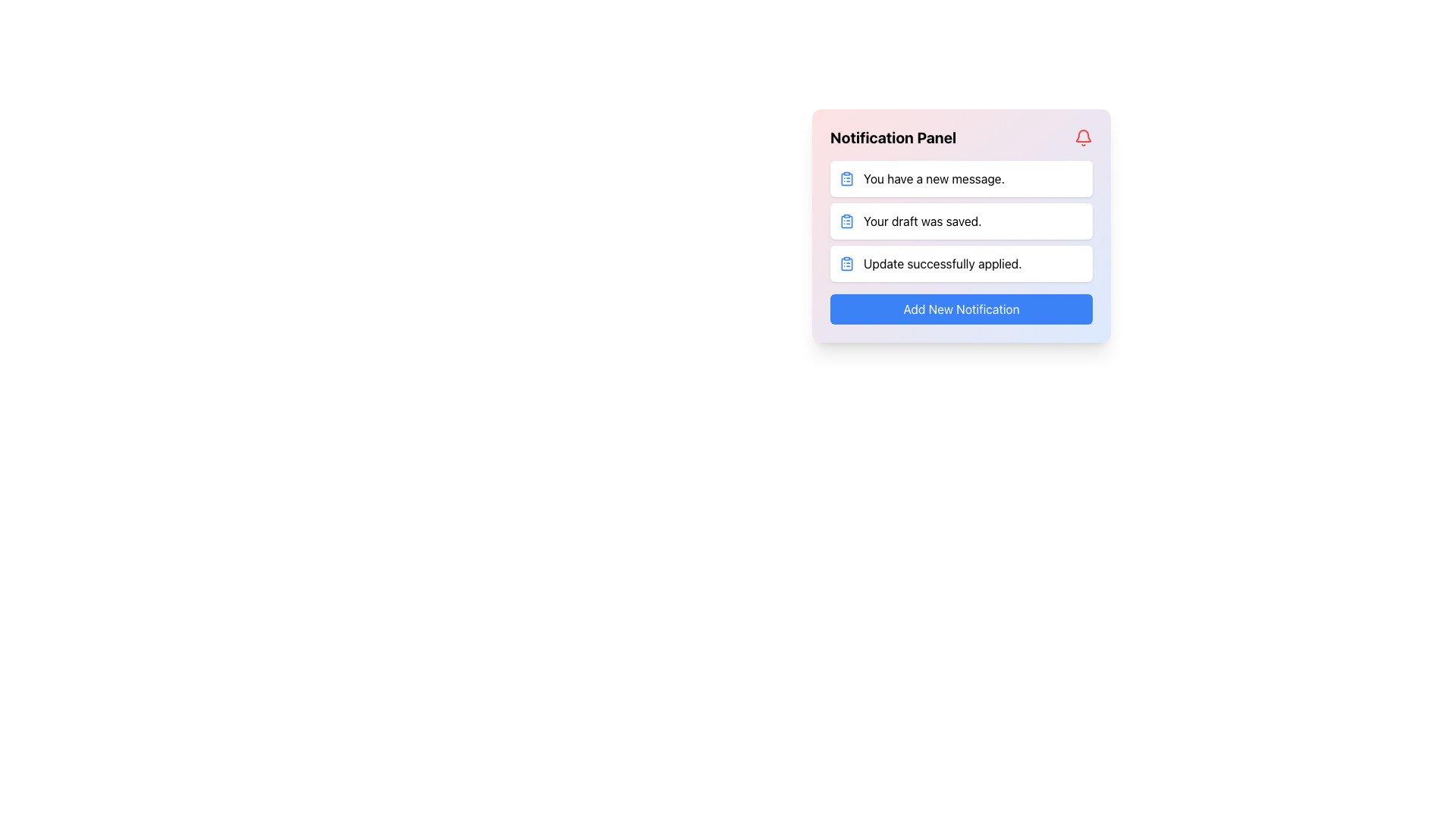 This screenshot has width=1456, height=819. Describe the element at coordinates (960, 221) in the screenshot. I see `the individual notification items in the notification panel` at that location.